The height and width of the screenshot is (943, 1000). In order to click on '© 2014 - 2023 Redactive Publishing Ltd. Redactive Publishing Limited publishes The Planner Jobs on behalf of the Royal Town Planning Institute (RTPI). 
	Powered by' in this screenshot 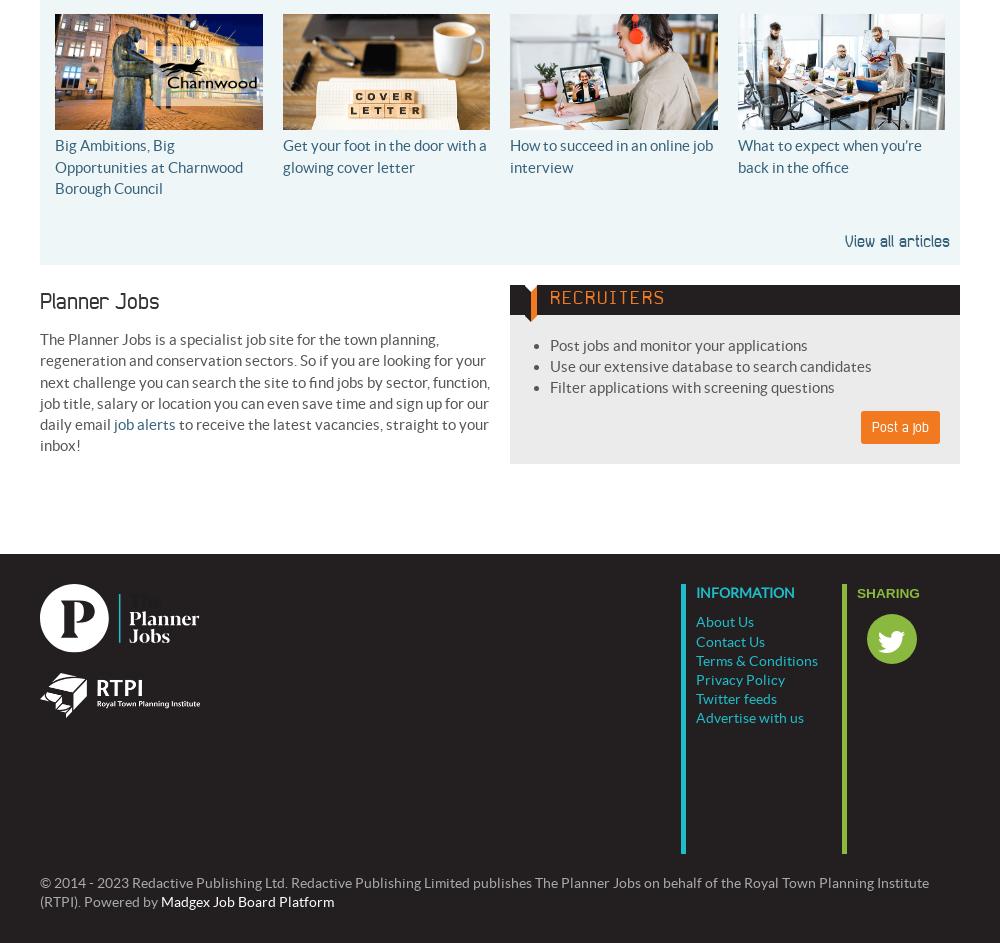, I will do `click(483, 891)`.